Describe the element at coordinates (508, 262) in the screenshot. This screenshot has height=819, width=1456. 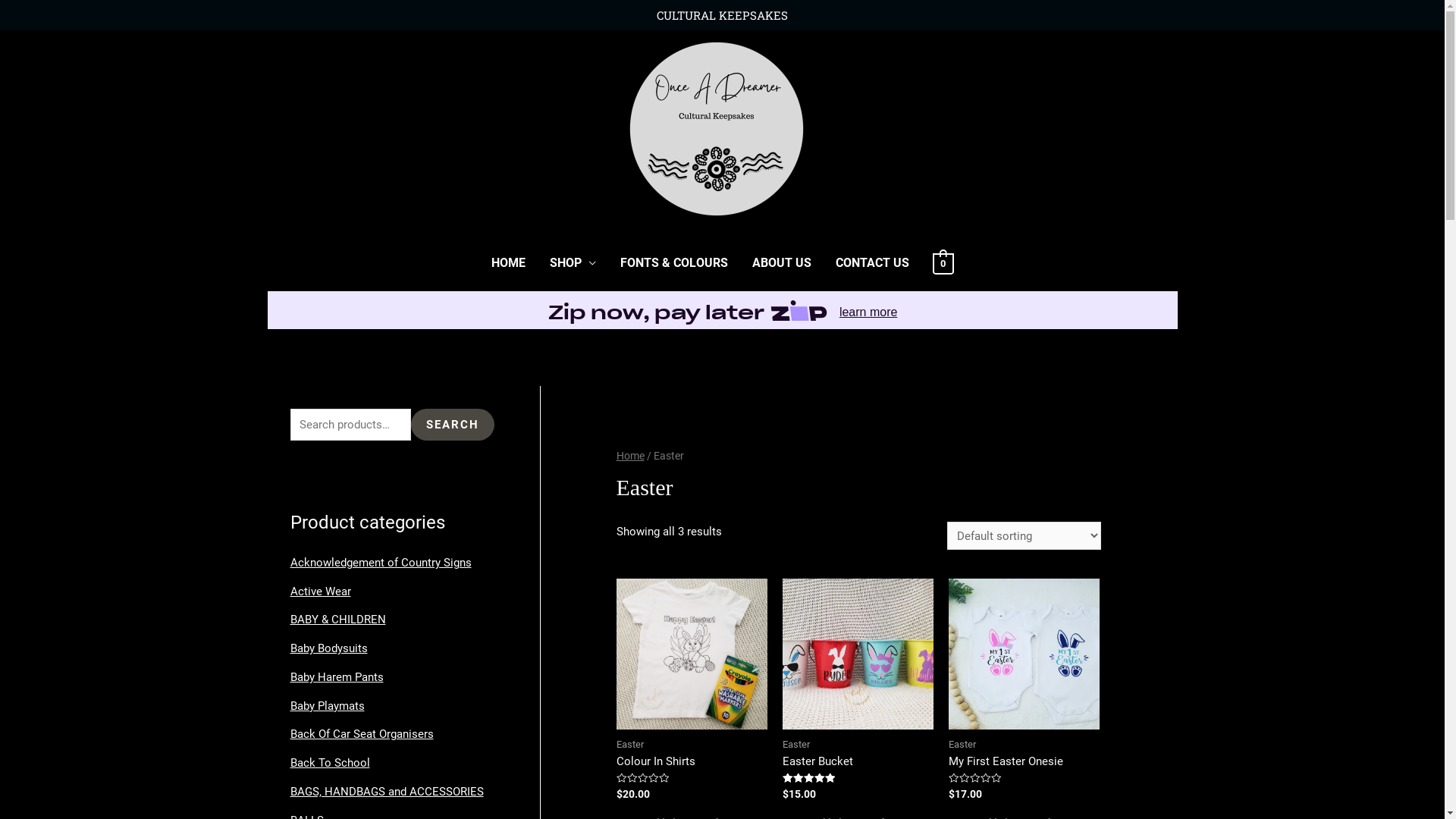
I see `'HOME'` at that location.